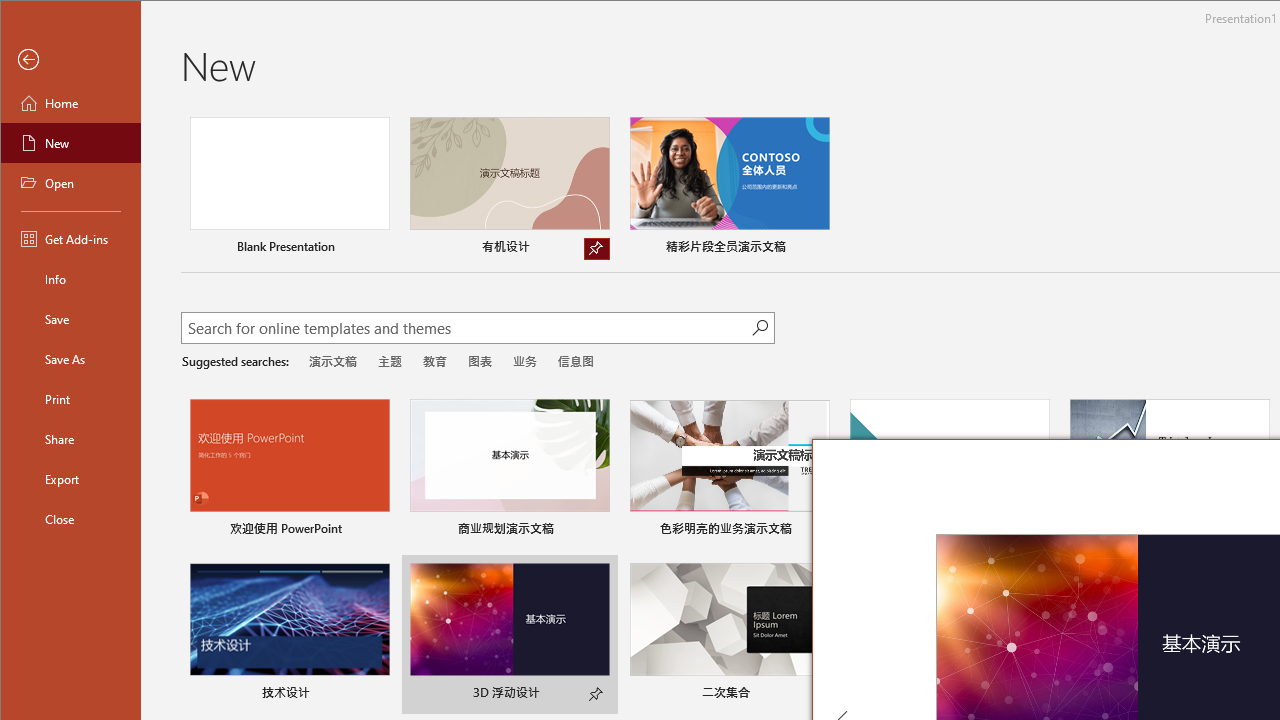 The image size is (1280, 720). Describe the element at coordinates (71, 141) in the screenshot. I see `'New'` at that location.